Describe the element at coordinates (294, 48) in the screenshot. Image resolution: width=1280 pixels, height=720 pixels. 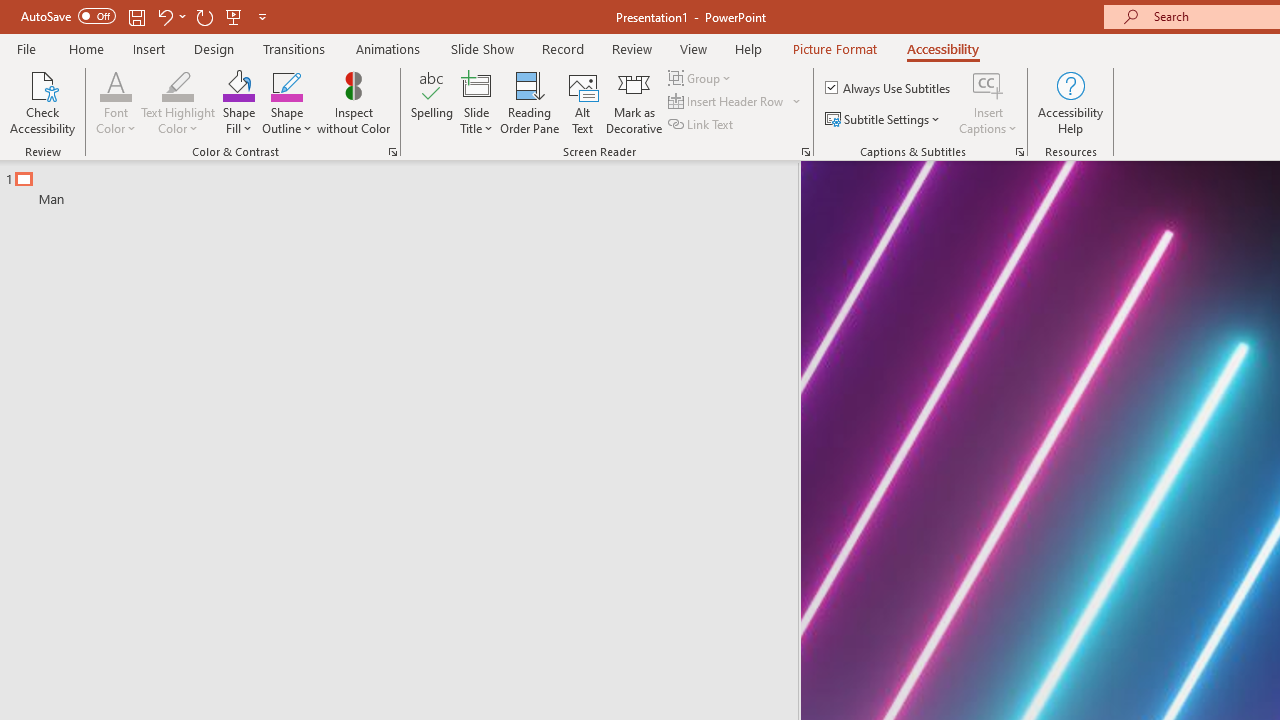
I see `'Transitions'` at that location.